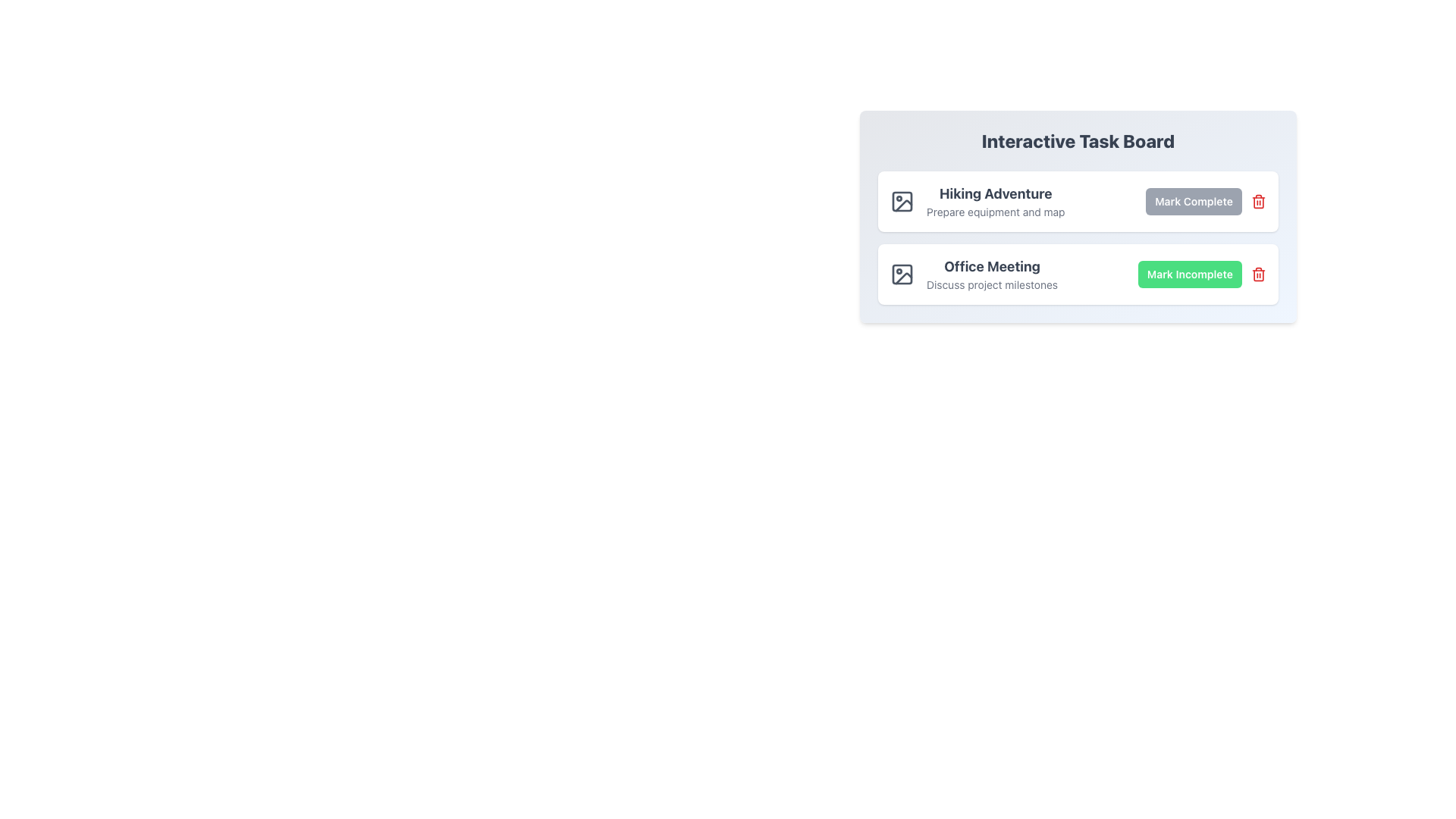 The image size is (1456, 819). I want to click on the button to mark the 'Hiking Adventure' task as complete, which will display a tooltip if implemented, so click(1193, 201).